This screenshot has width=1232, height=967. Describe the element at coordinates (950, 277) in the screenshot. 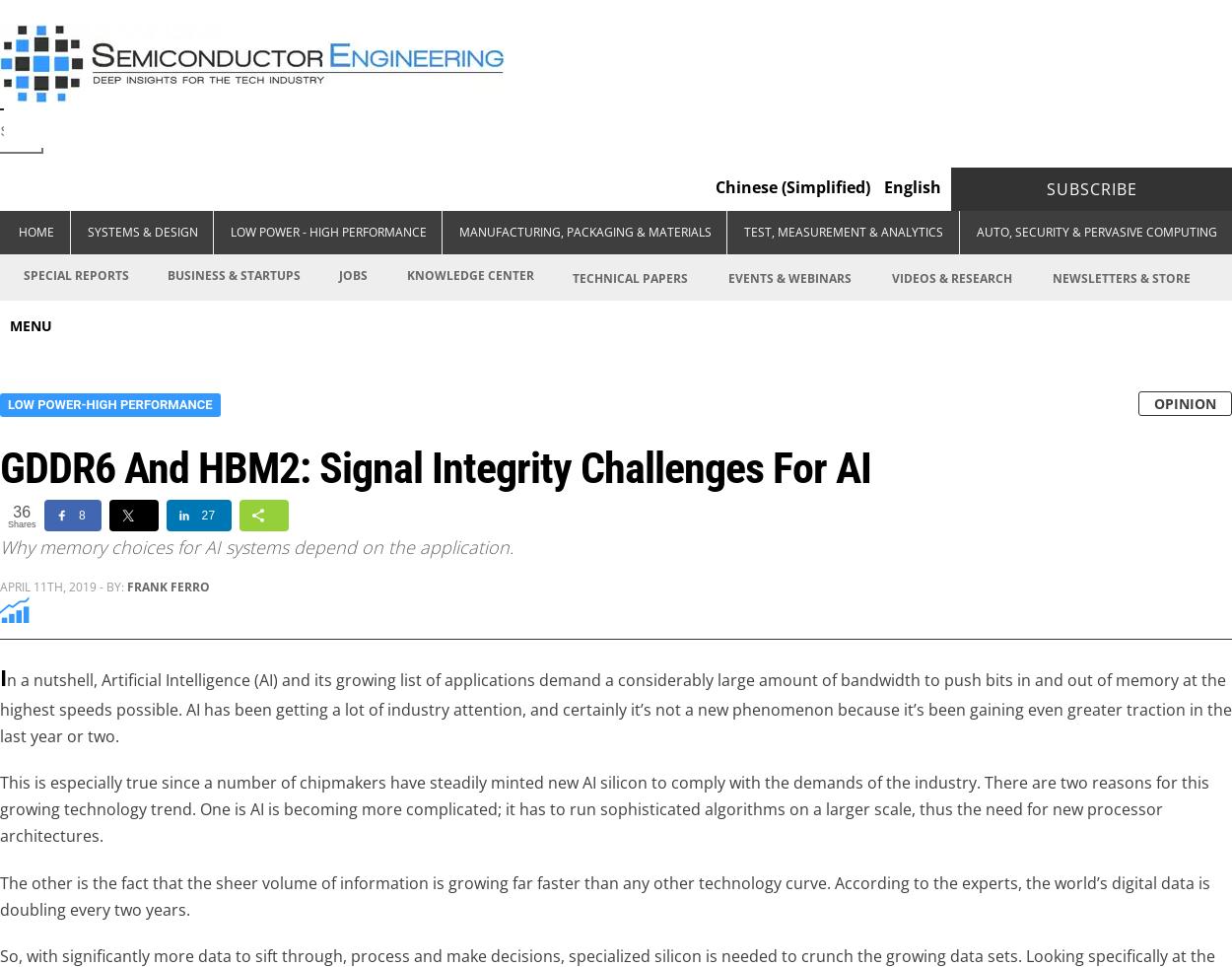

I see `'Videos & Research'` at that location.